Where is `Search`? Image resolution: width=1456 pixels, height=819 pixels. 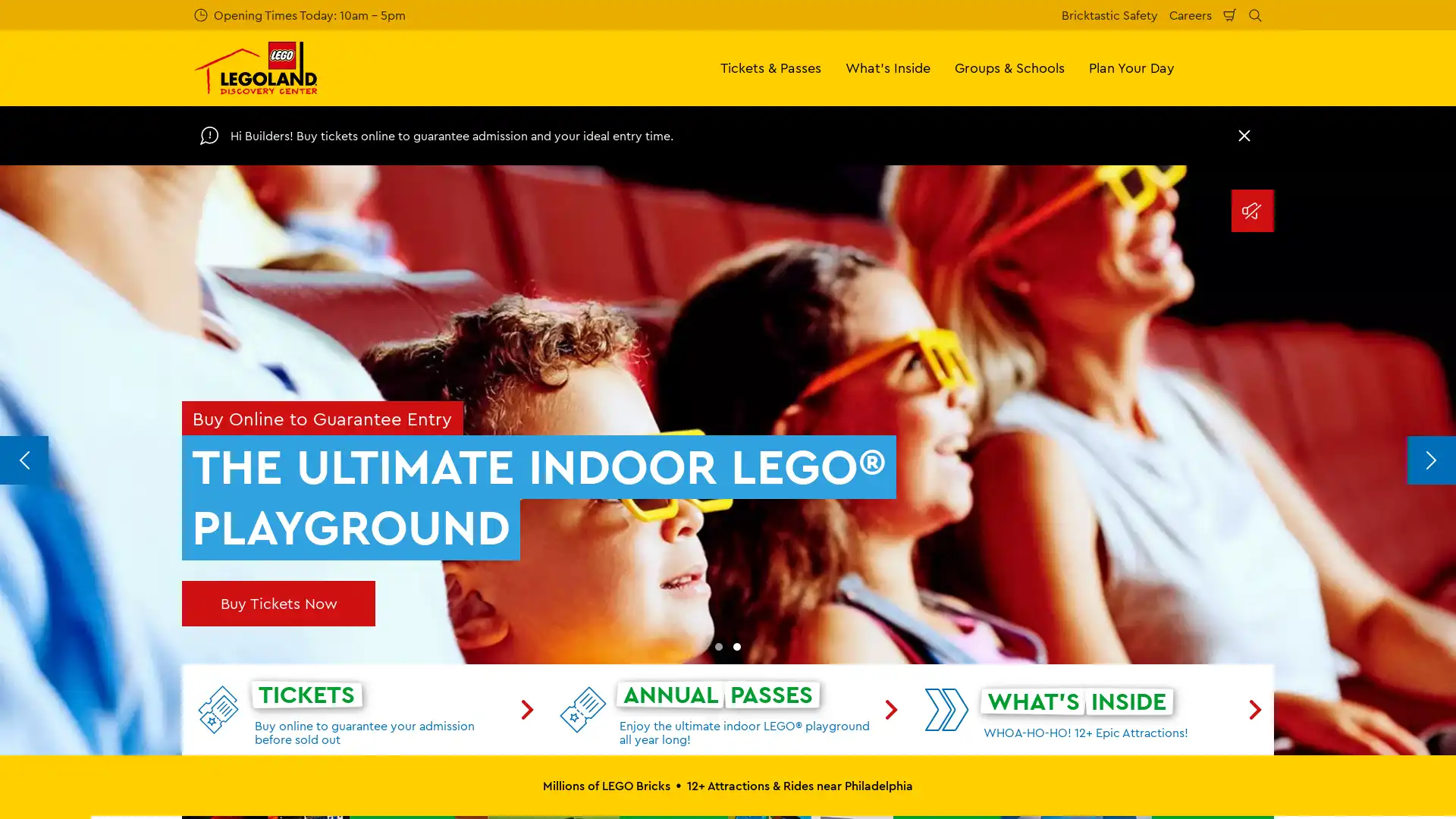 Search is located at coordinates (1255, 14).